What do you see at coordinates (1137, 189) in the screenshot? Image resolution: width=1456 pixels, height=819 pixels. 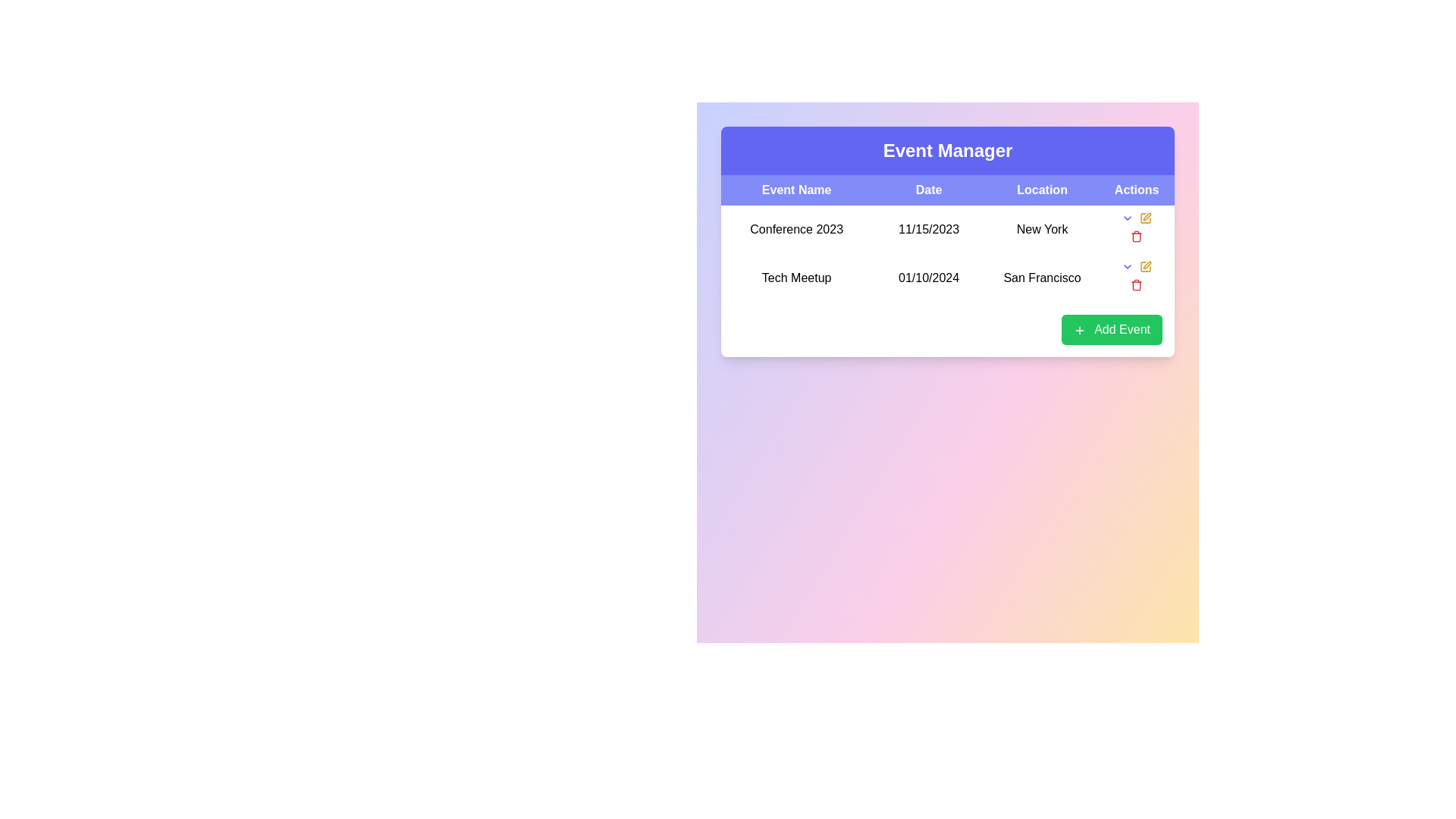 I see `the 'Actions' column header in the table, which is the fourth item in the header row` at bounding box center [1137, 189].